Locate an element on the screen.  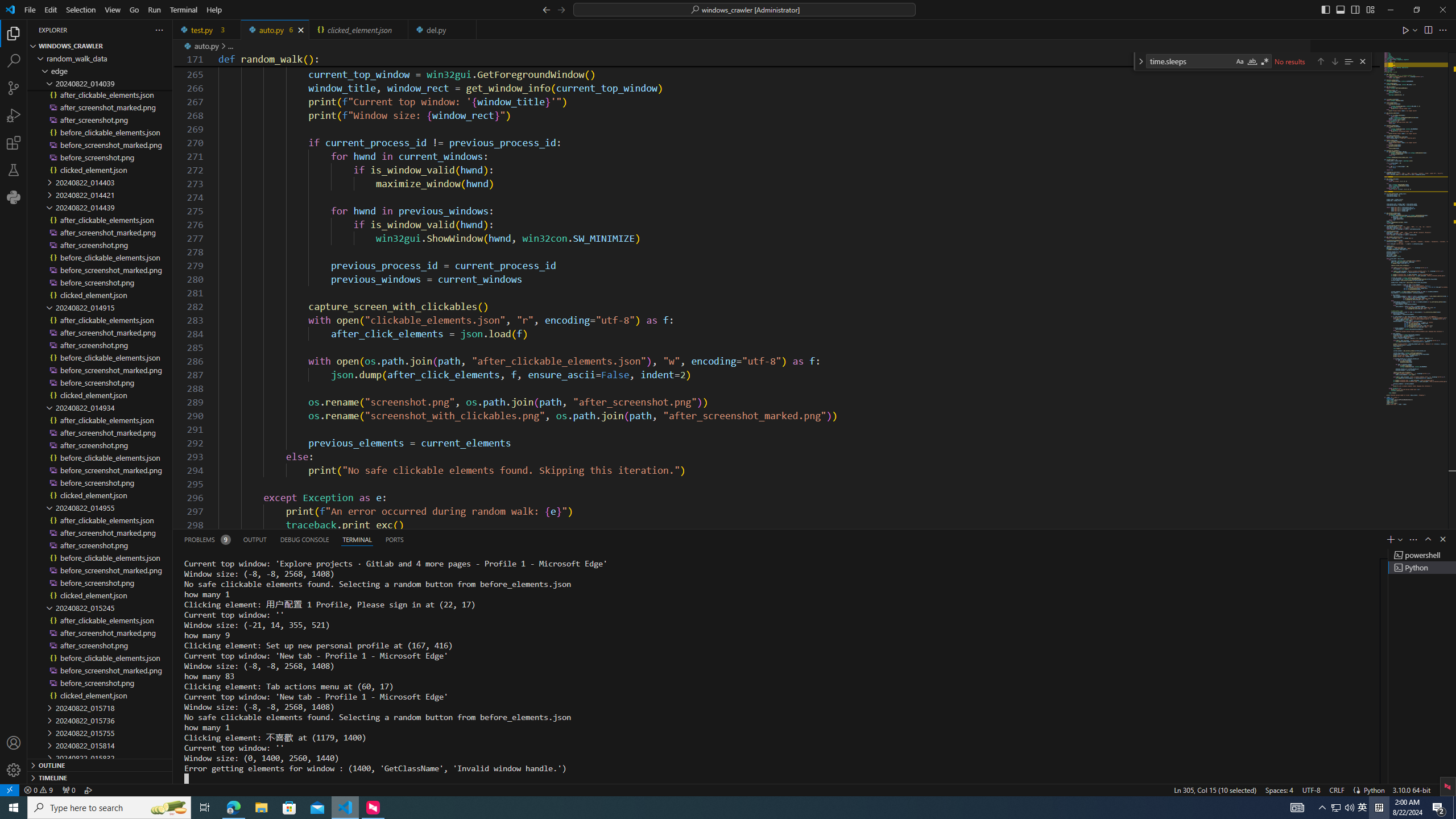
'Run or Debug...' is located at coordinates (1414, 28).